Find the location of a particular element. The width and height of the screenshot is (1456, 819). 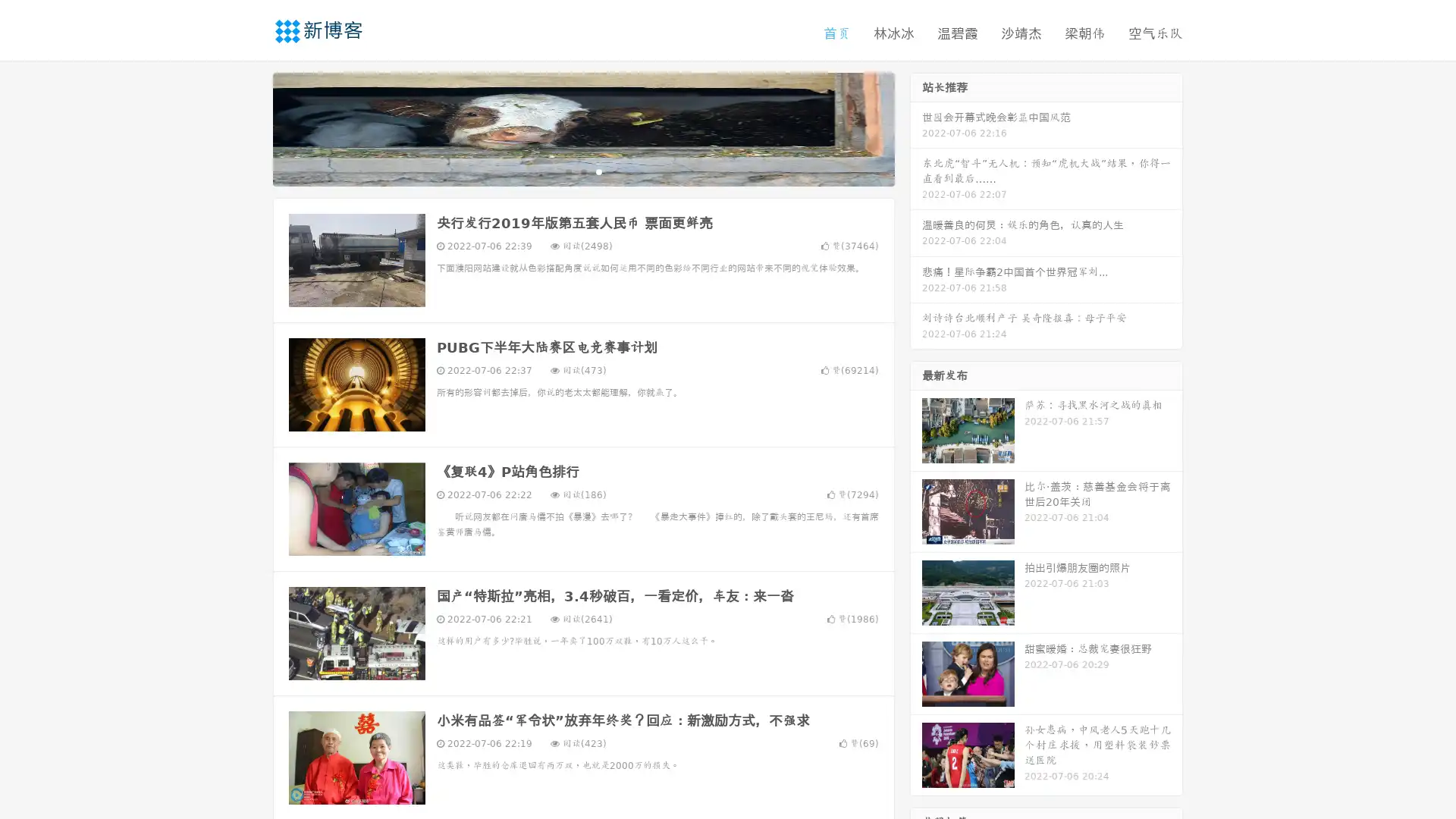

Go to slide 3 is located at coordinates (598, 171).